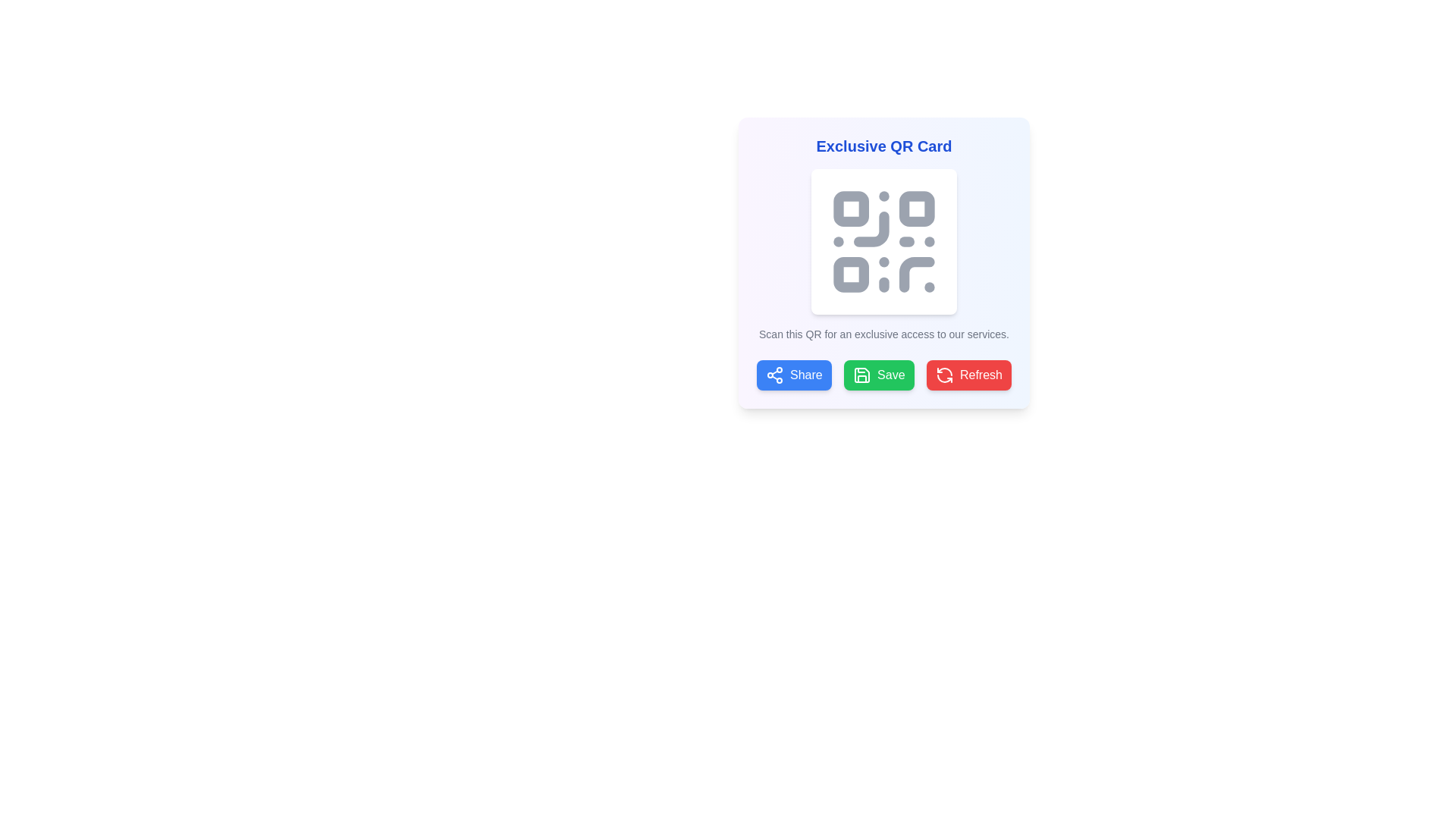  I want to click on the QR code in the 'Exclusive QR Card' element, so click(884, 262).